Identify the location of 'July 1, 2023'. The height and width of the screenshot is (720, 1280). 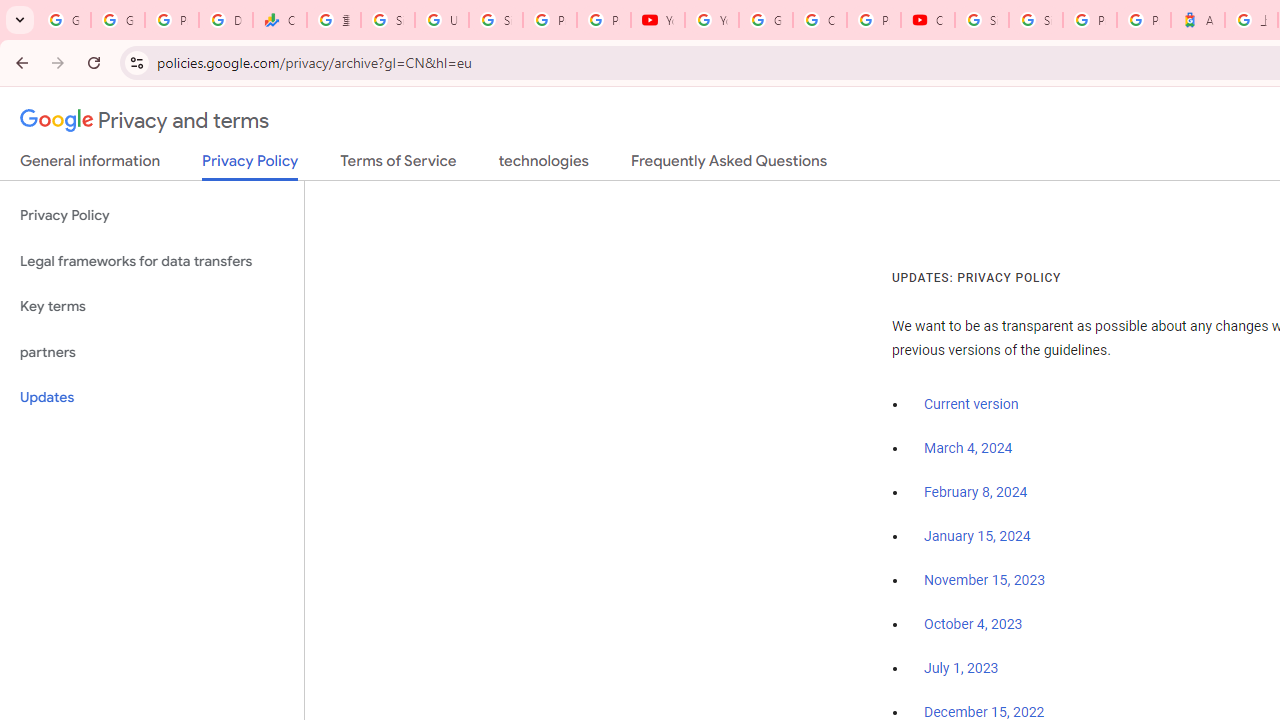
(961, 669).